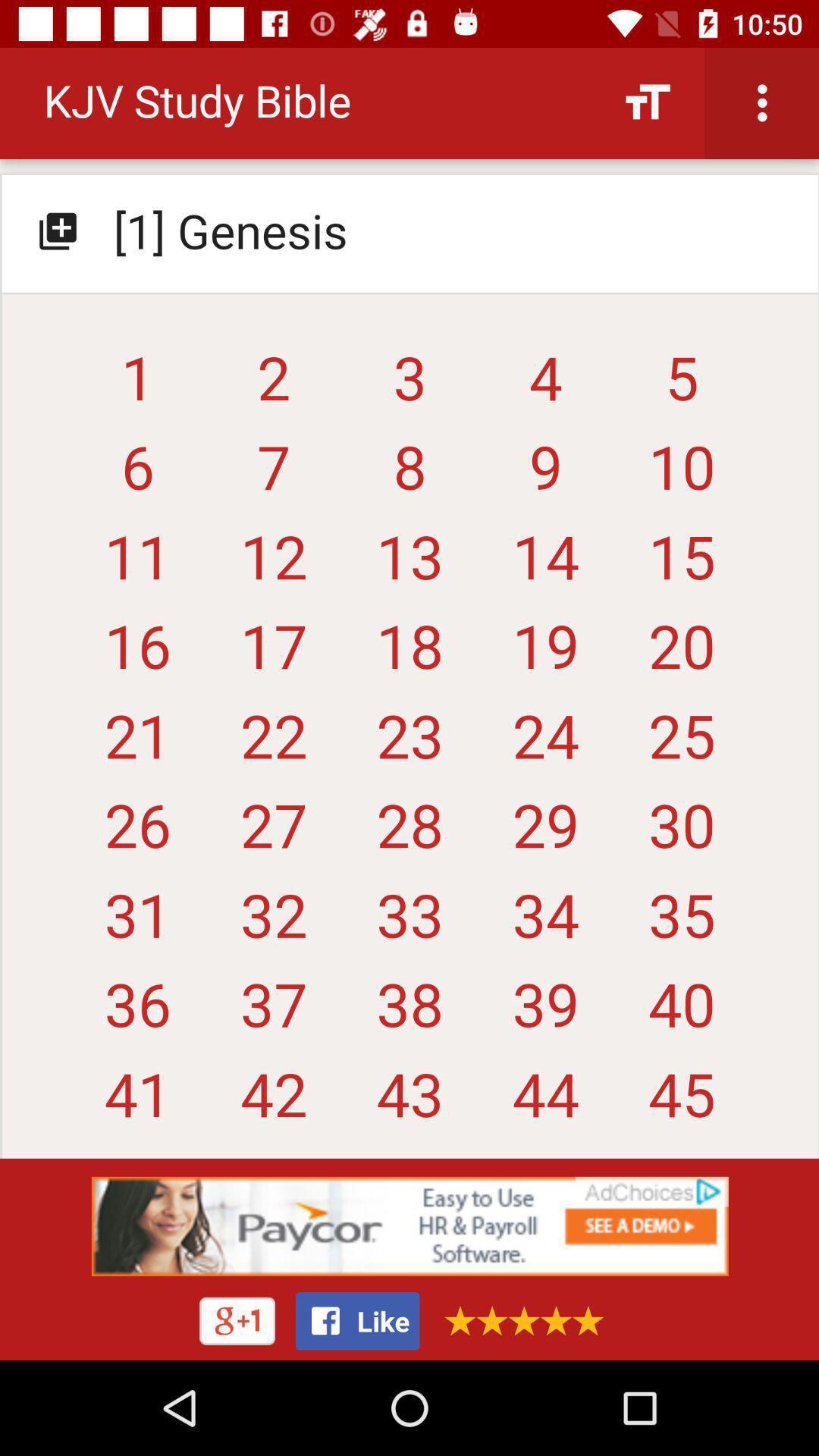  Describe the element at coordinates (518, 1319) in the screenshot. I see `rate the app` at that location.